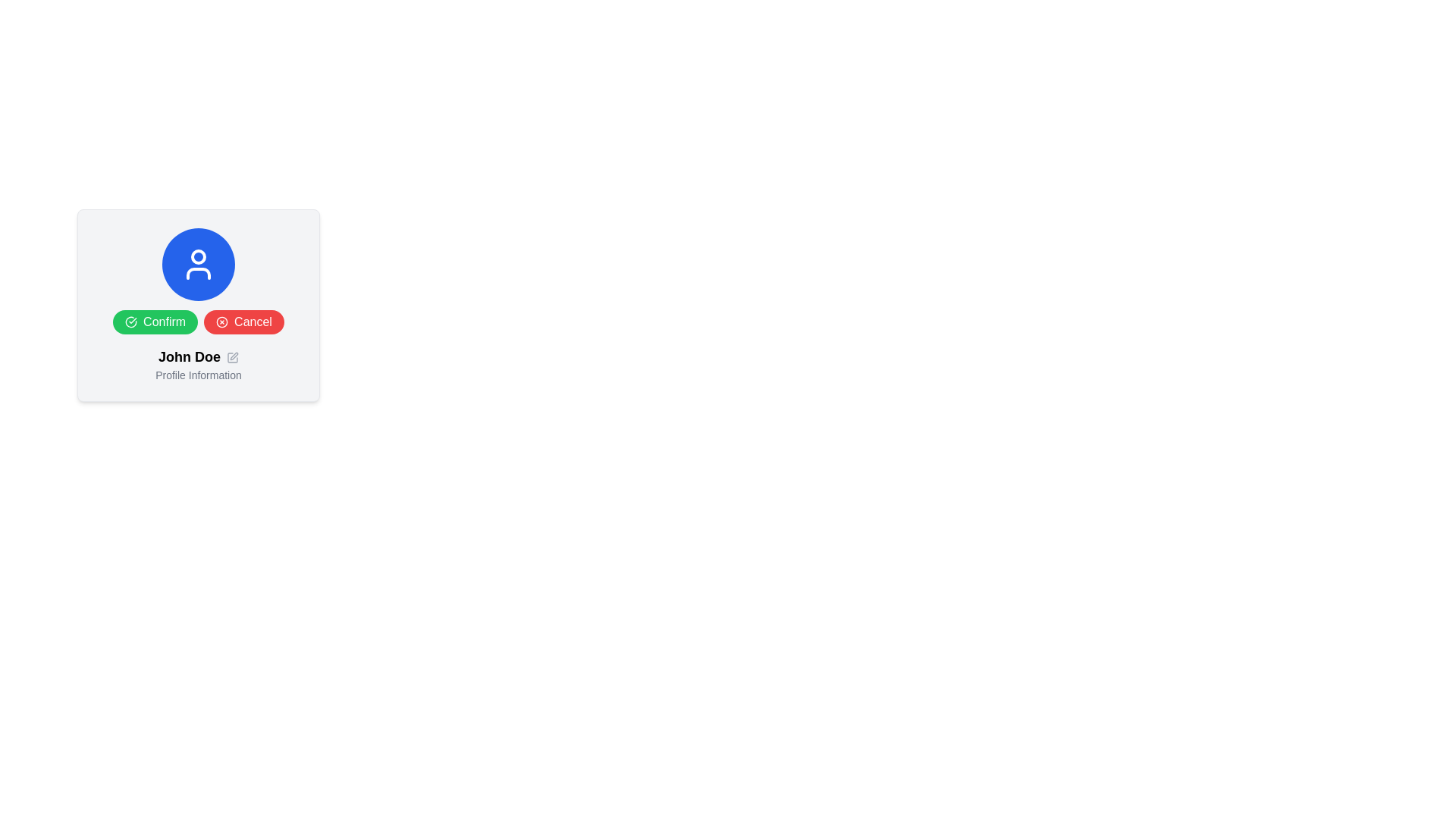 Image resolution: width=1456 pixels, height=819 pixels. What do you see at coordinates (130, 321) in the screenshot?
I see `the circular green checkmark icon located inside the left 'Confirm' button in the control panel below the blue user avatar` at bounding box center [130, 321].